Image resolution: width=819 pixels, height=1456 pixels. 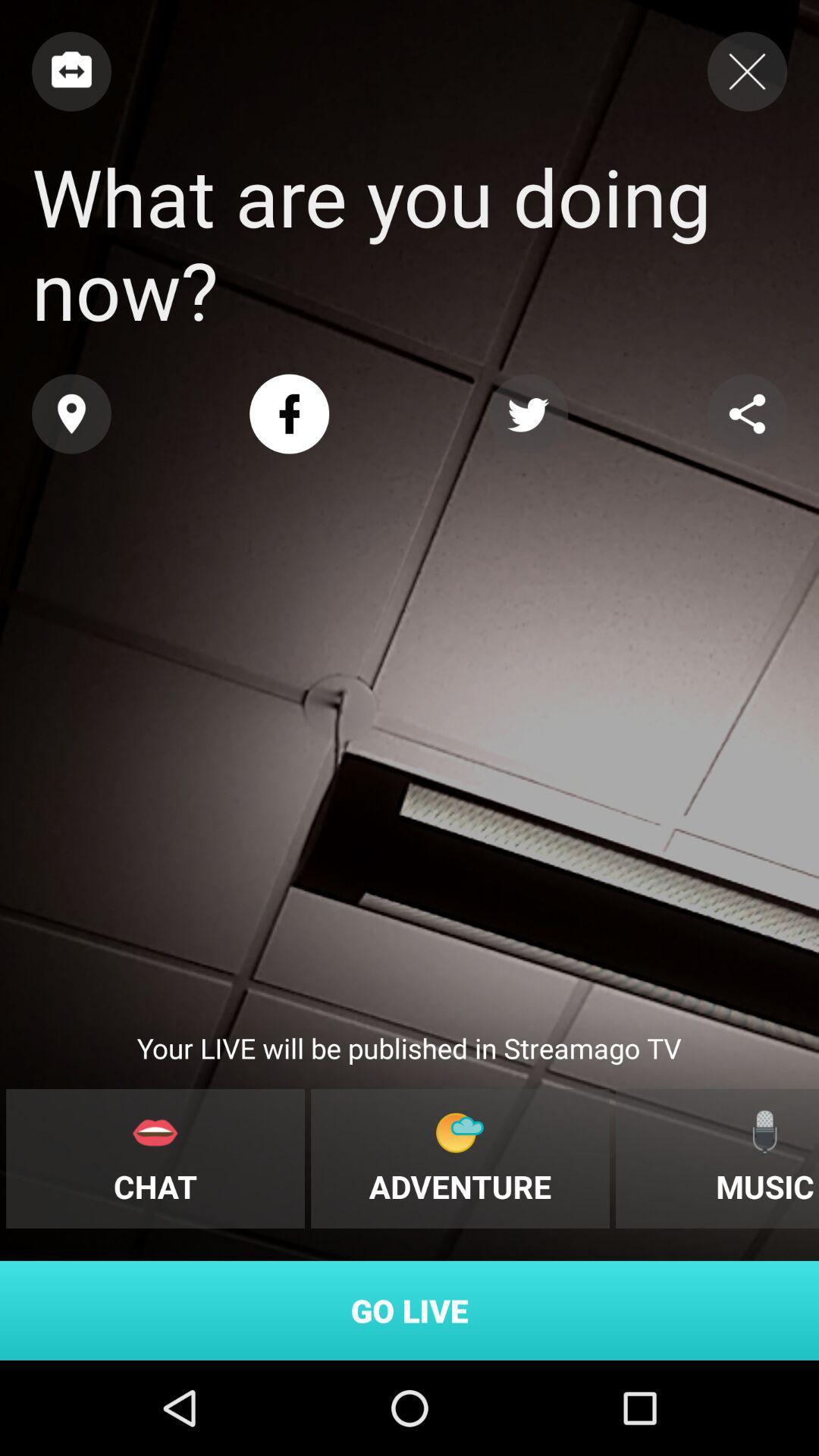 What do you see at coordinates (409, 1310) in the screenshot?
I see `the go live` at bounding box center [409, 1310].